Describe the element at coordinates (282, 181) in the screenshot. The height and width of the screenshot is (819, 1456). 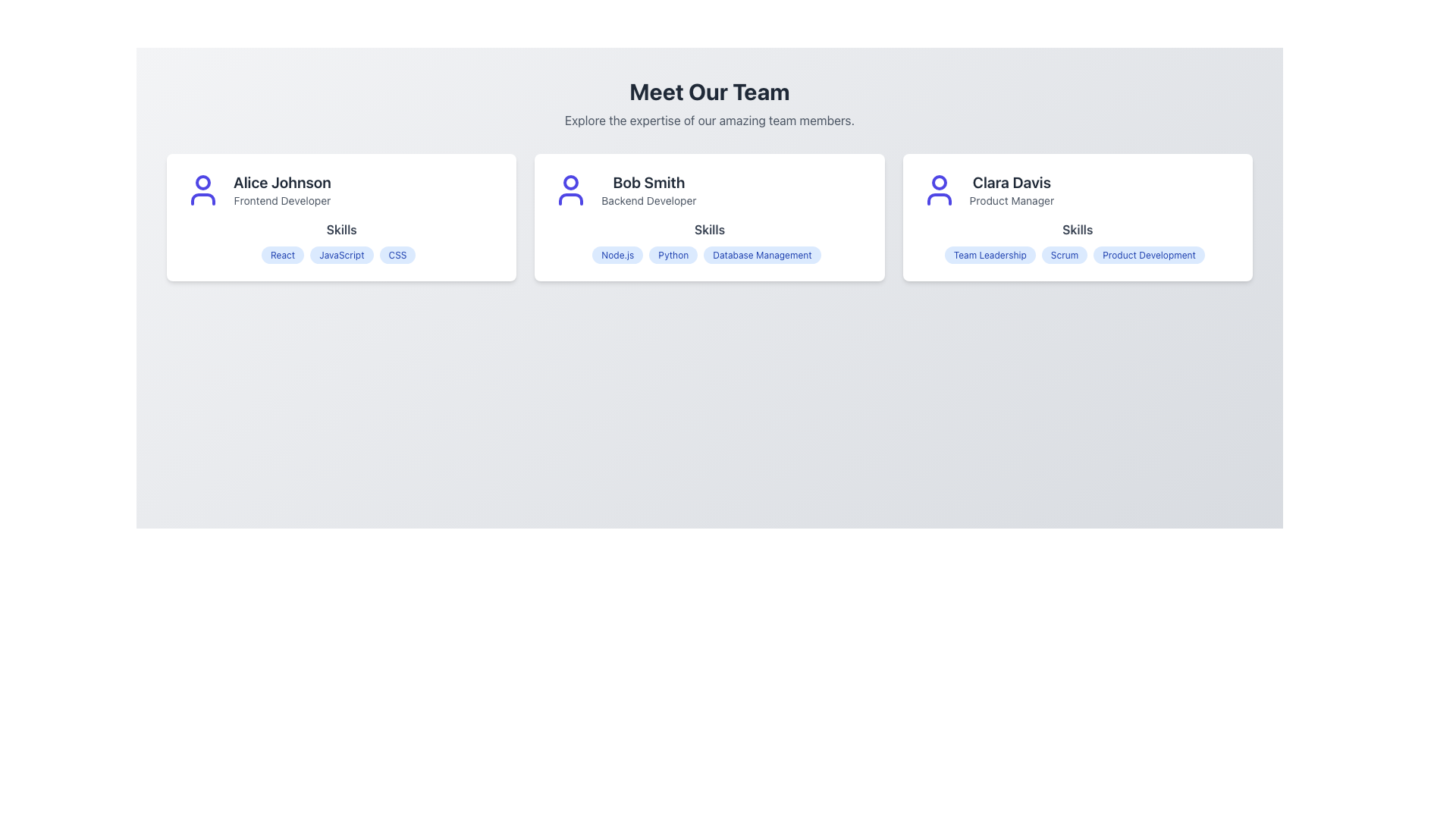
I see `the text label displaying 'Alice Johnson', which serves as an identifier within the first card of a horizontally aligned list` at that location.